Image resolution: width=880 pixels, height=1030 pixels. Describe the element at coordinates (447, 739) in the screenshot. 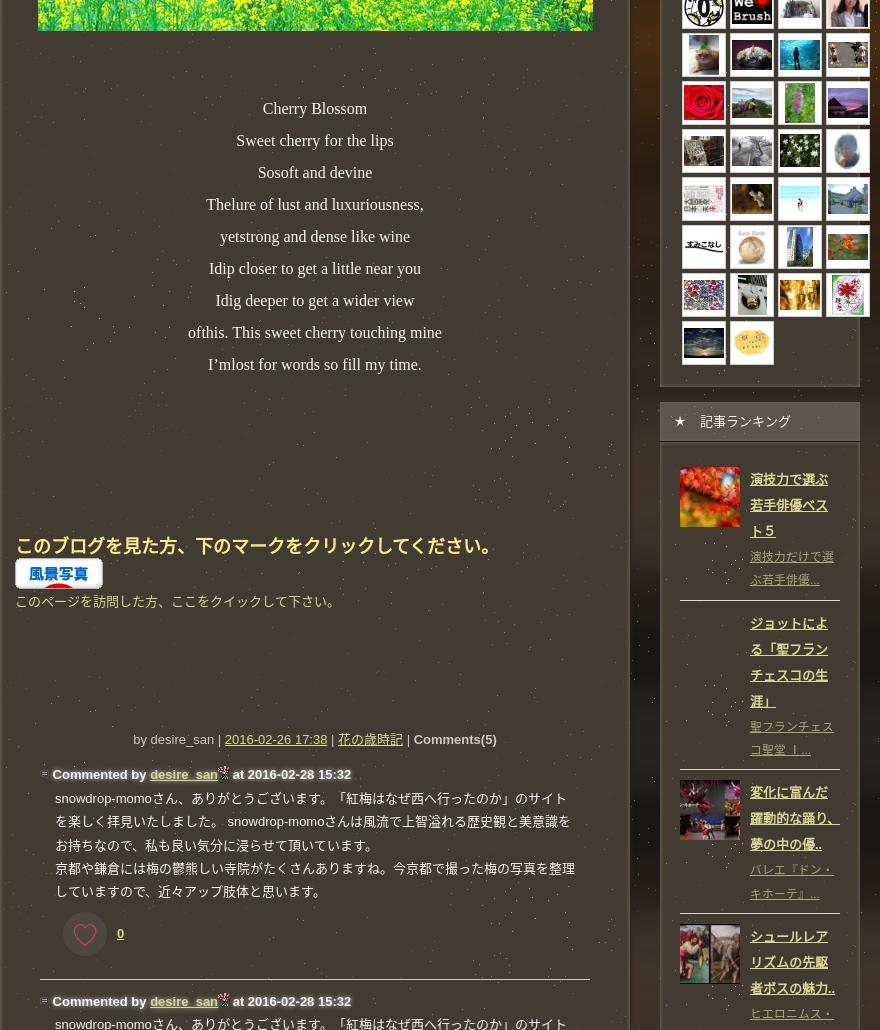

I see `'Comments('` at that location.